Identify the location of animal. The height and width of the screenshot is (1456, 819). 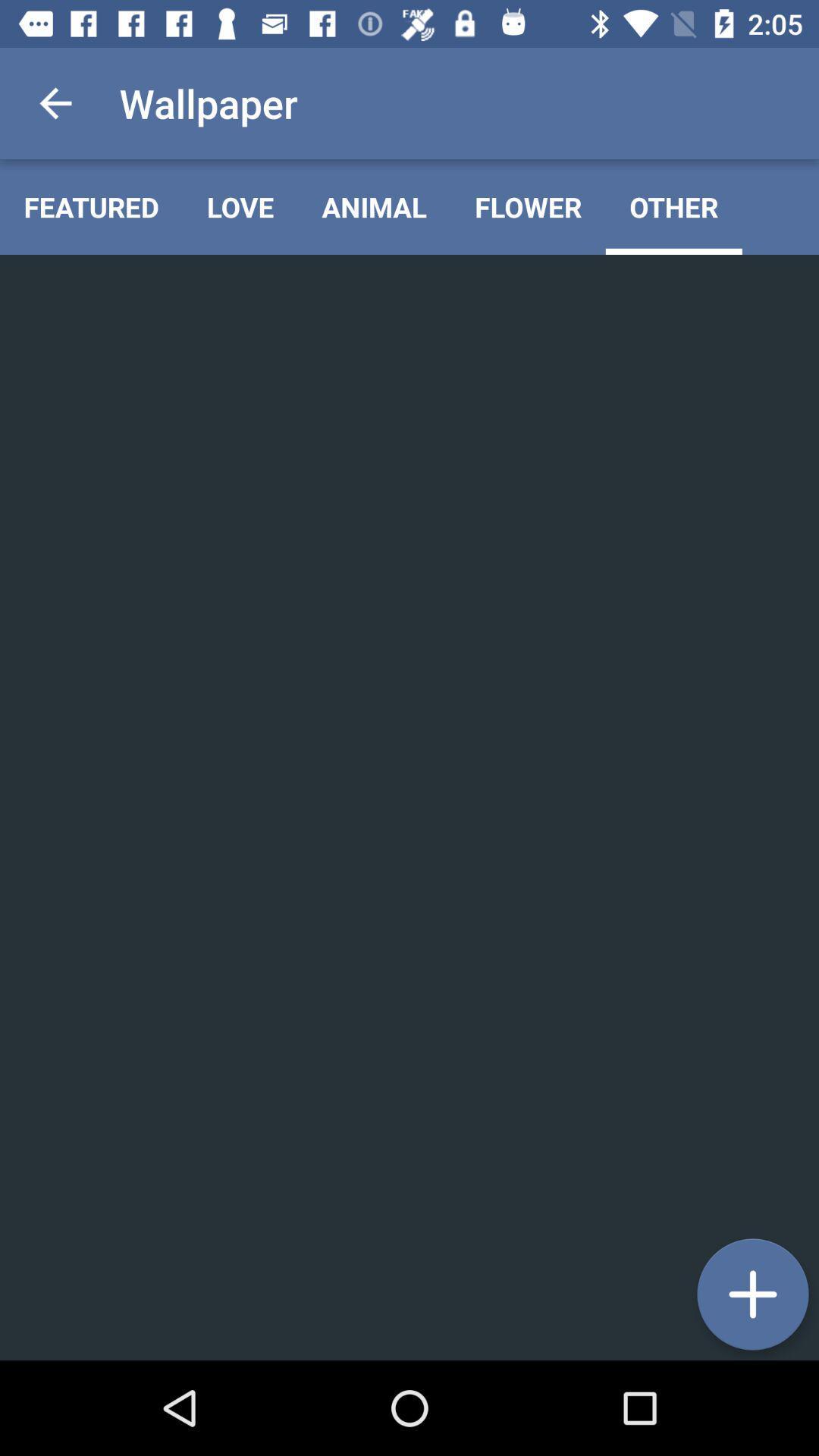
(374, 206).